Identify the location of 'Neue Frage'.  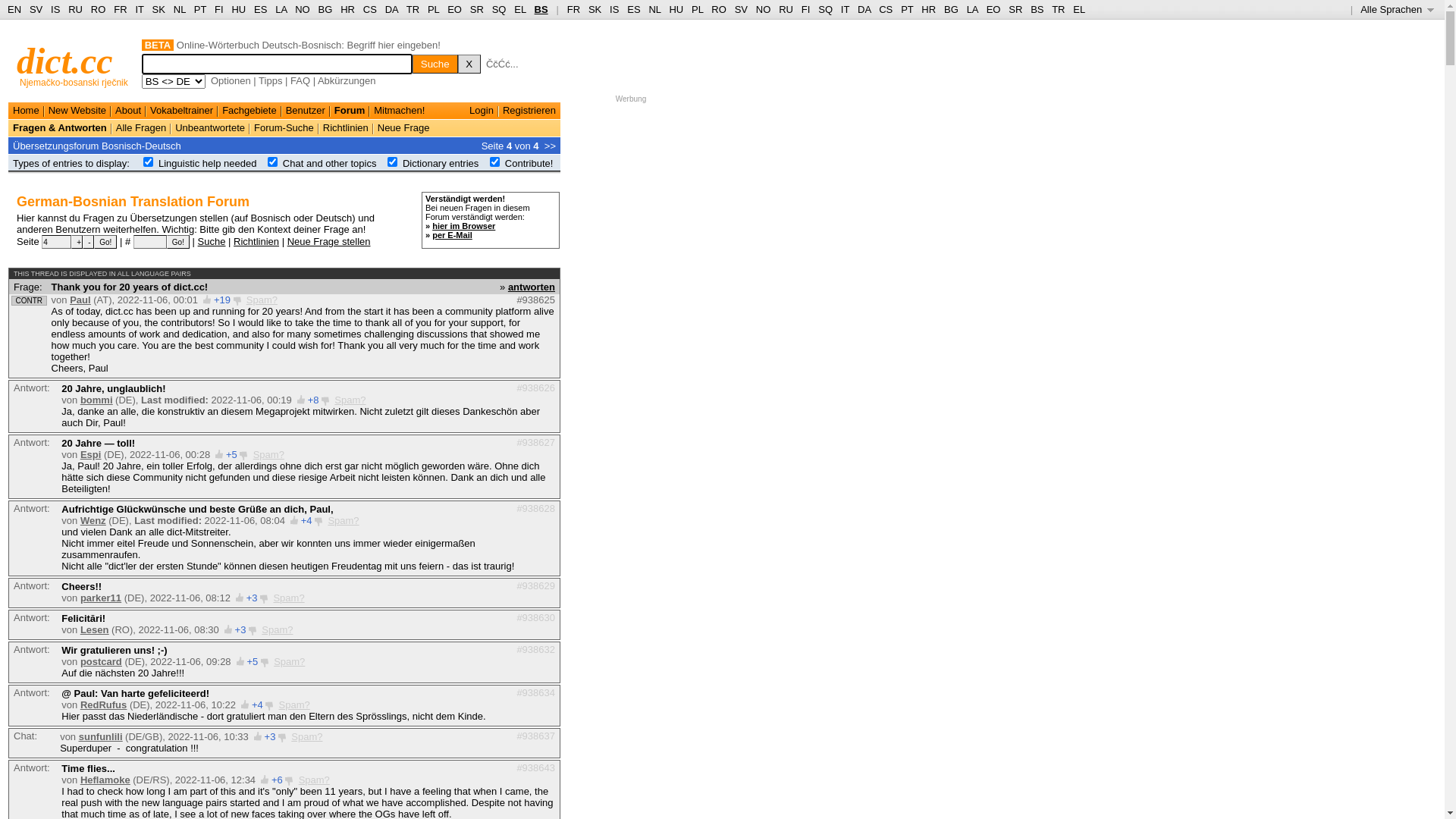
(378, 127).